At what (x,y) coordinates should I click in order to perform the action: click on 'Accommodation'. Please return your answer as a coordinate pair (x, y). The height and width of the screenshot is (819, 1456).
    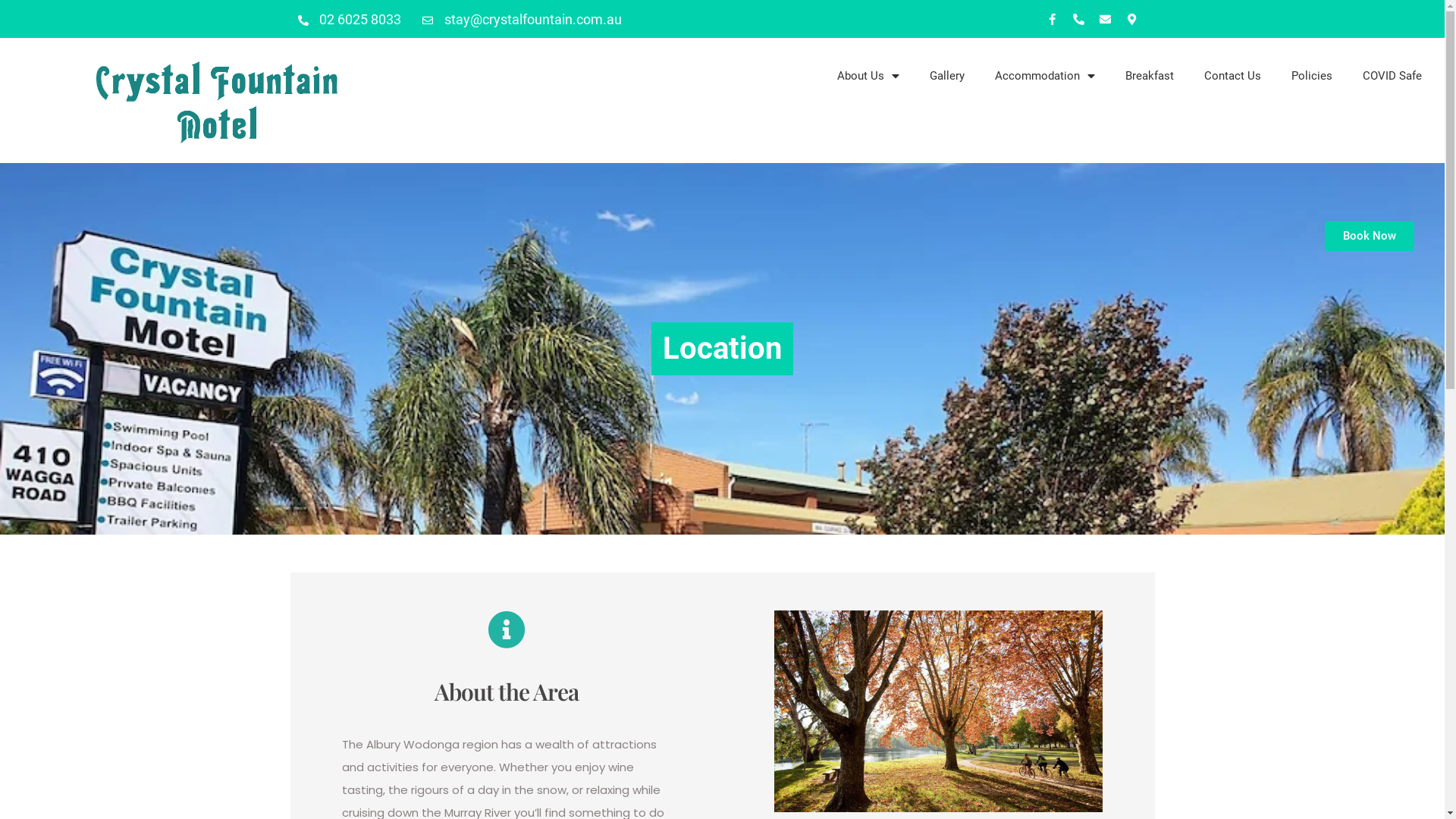
    Looking at the image, I should click on (1043, 76).